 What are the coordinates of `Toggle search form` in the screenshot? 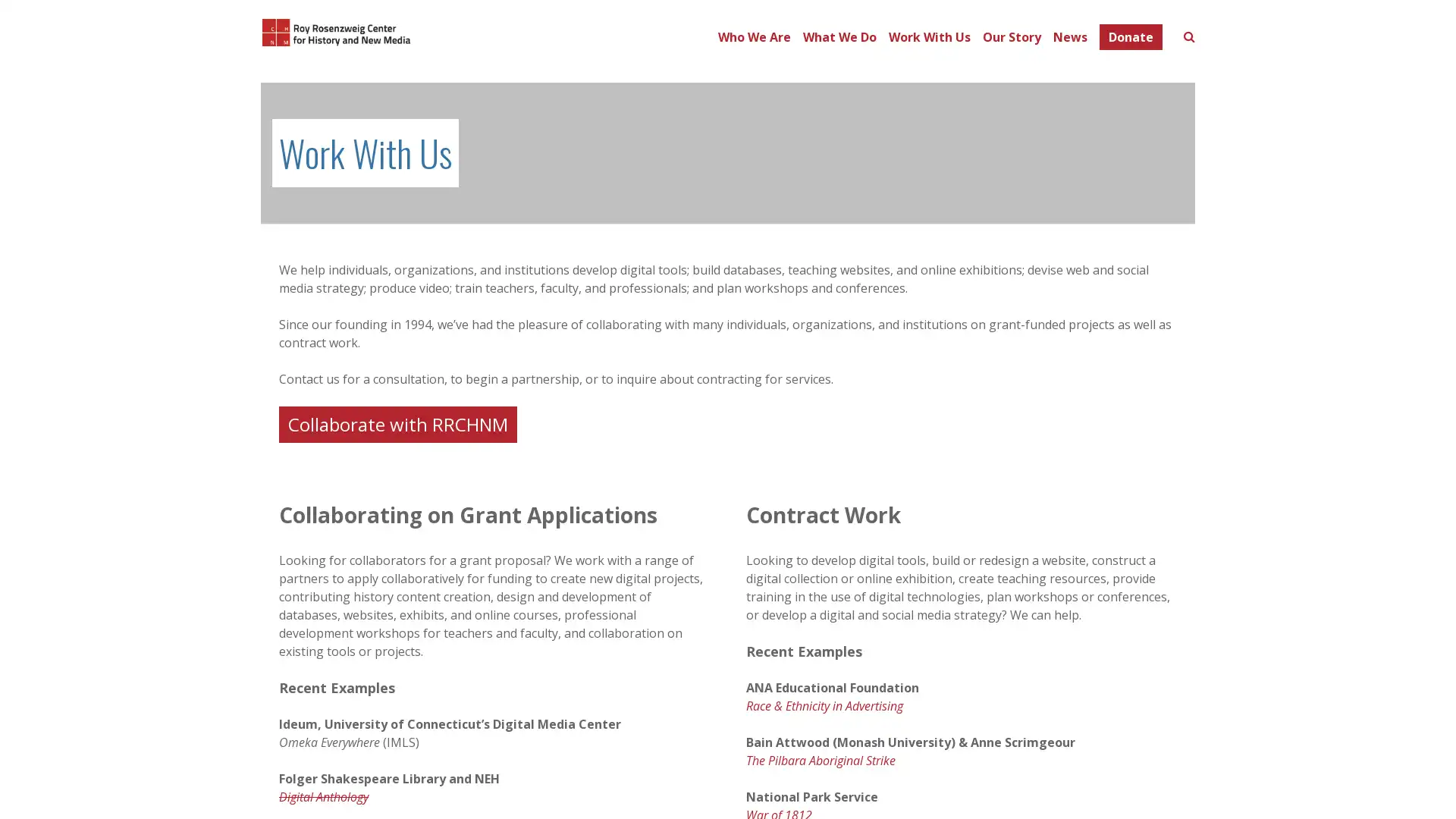 It's located at (1188, 36).